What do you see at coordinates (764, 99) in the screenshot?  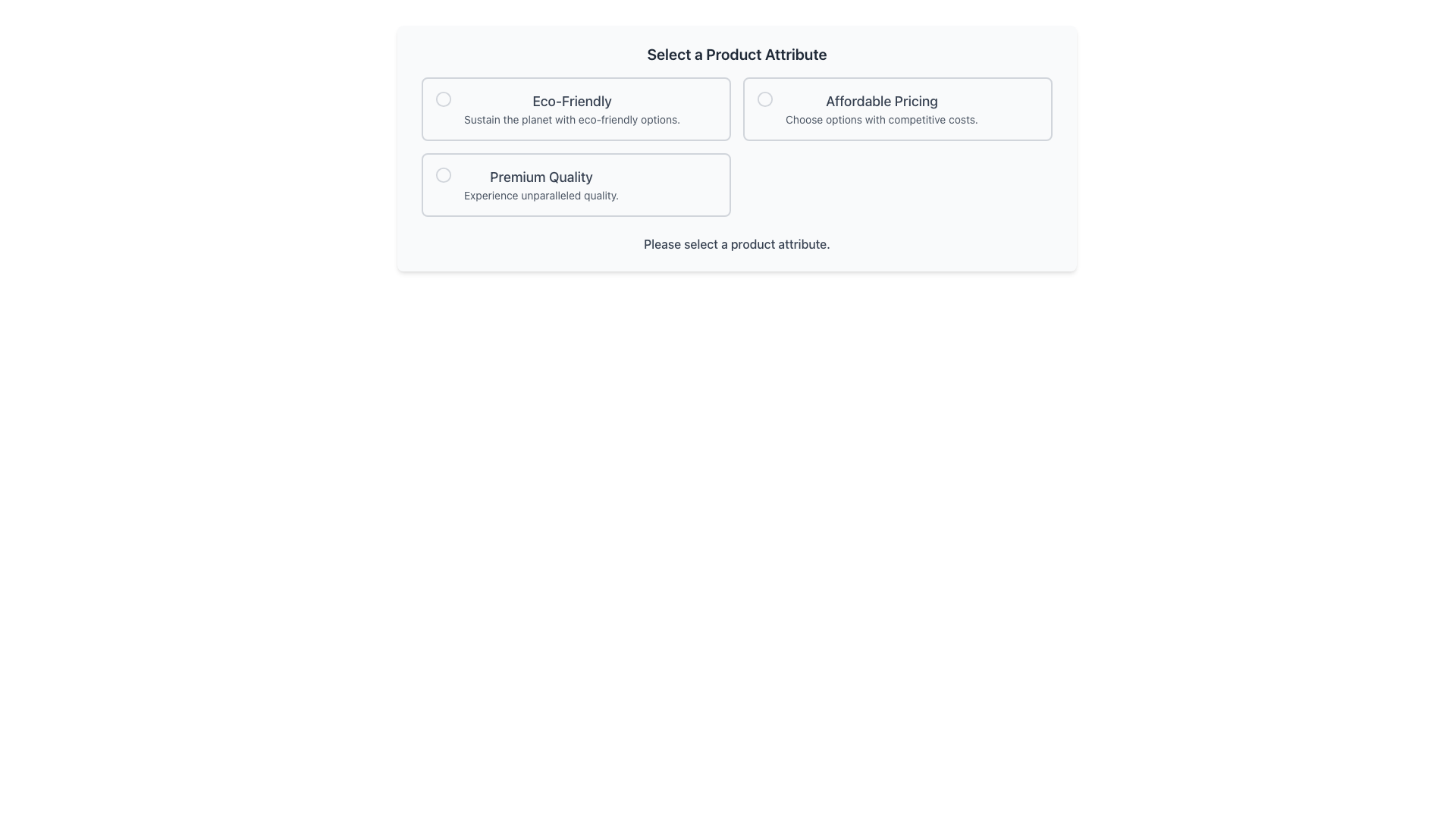 I see `the inner circle with a gray outline in the 'Affordable Pricing' section` at bounding box center [764, 99].